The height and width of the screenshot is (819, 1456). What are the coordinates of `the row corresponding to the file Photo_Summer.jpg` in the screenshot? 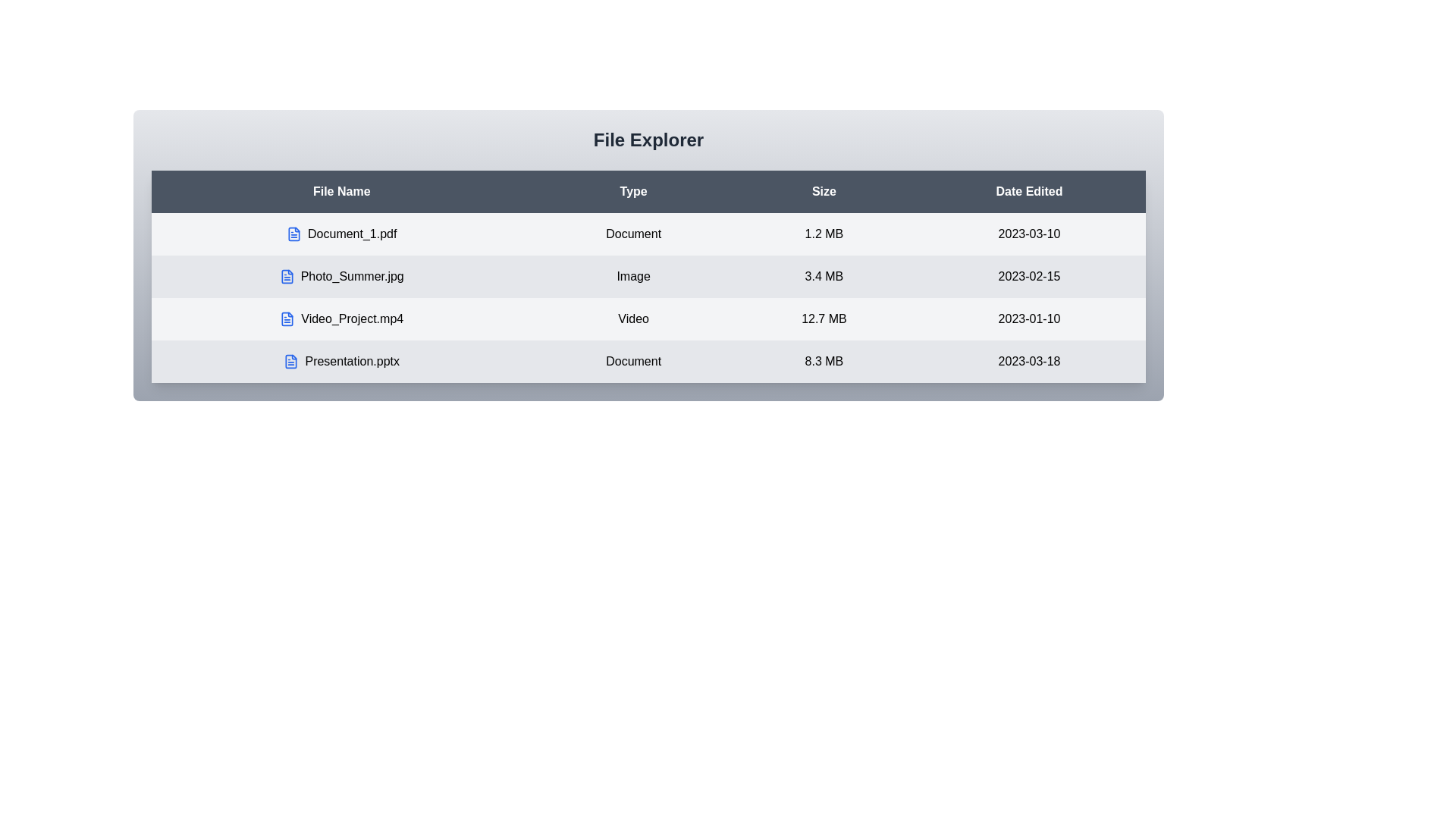 It's located at (340, 277).